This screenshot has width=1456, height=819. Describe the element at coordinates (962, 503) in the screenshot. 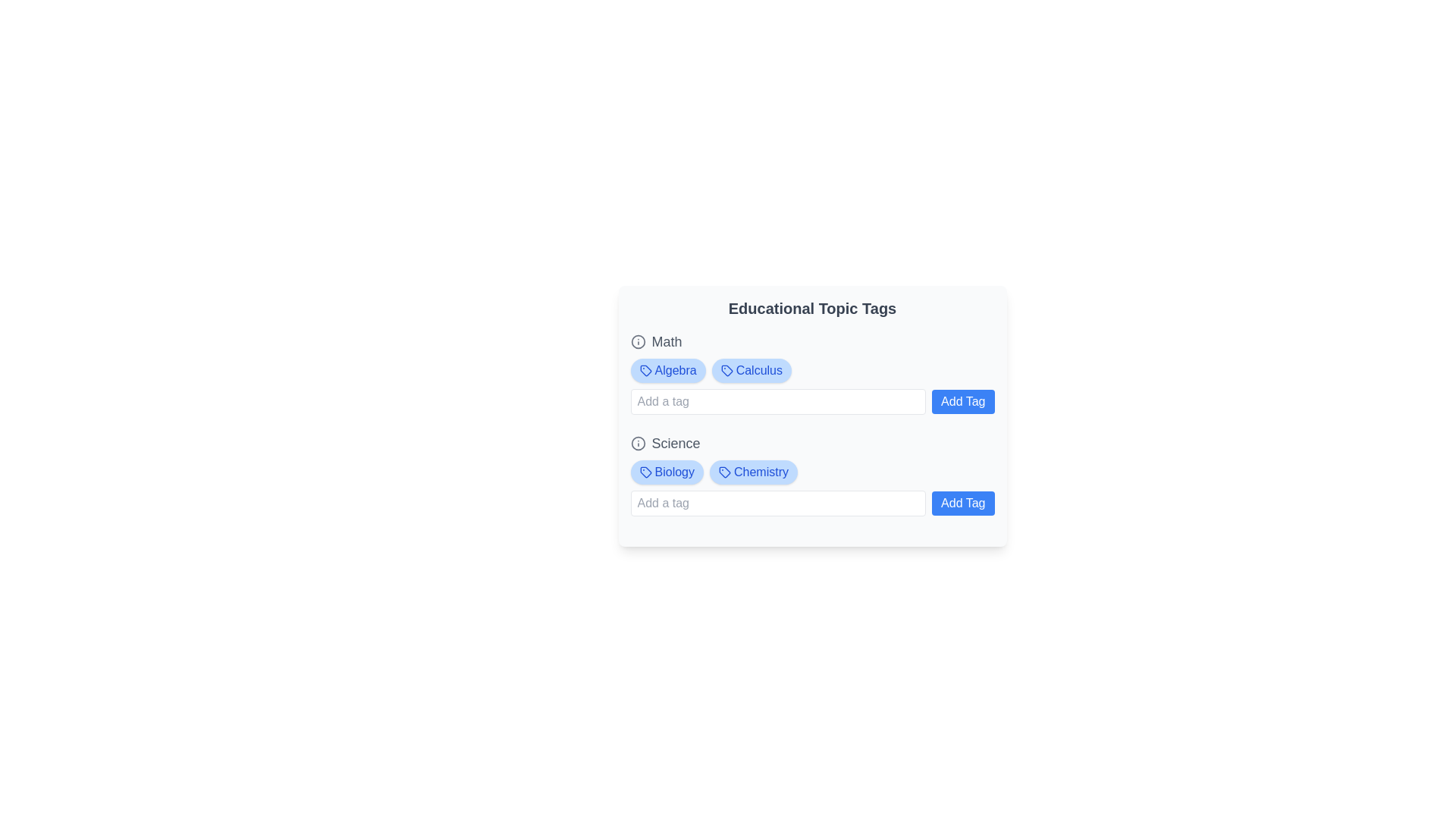

I see `the rectangular blue button labeled 'Add Tag'` at that location.